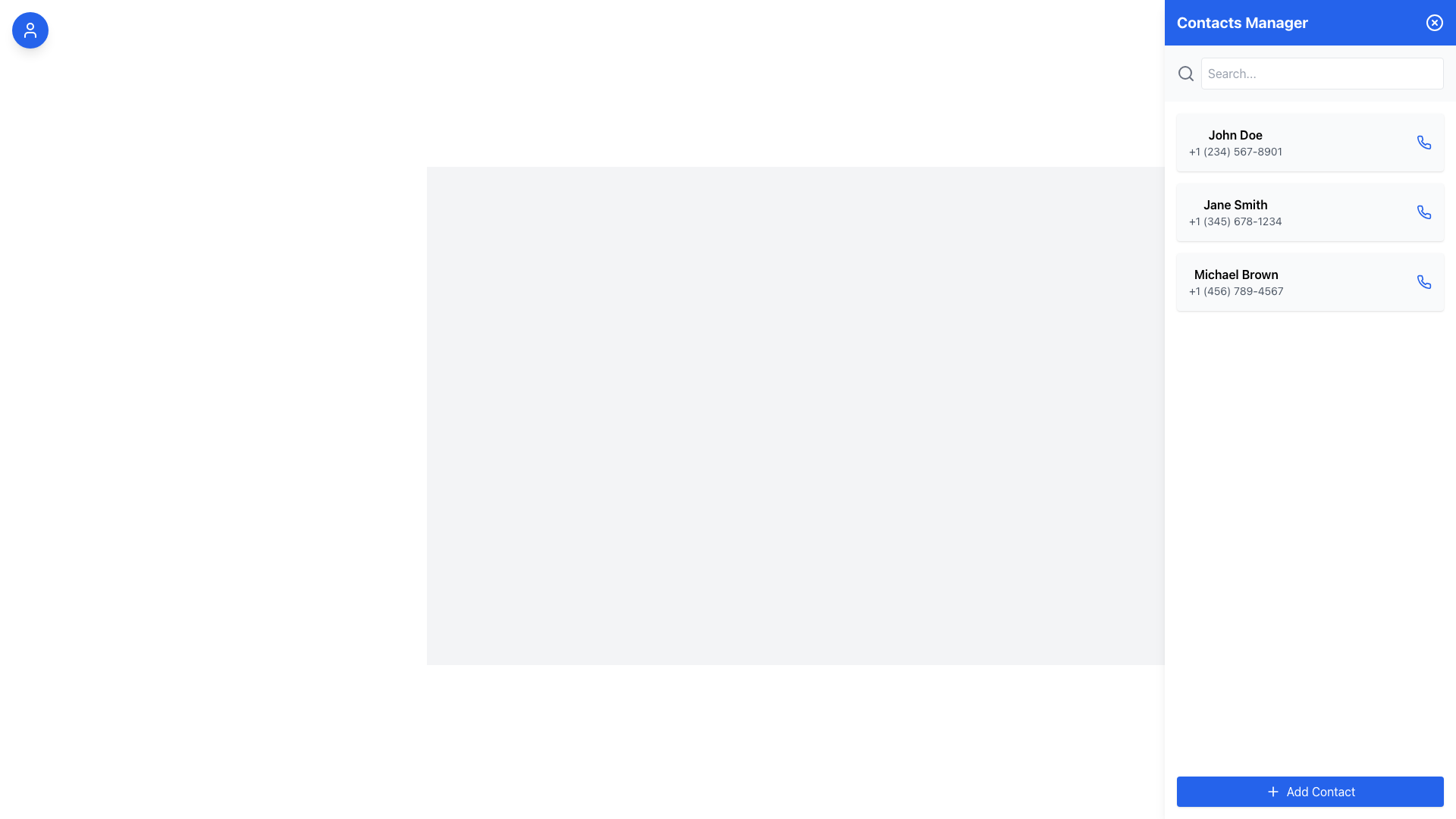  I want to click on the circular close icon with a cross symbol inside, located at the top-right corner of the blue header bar labeled 'Contacts Manager', so click(1433, 23).